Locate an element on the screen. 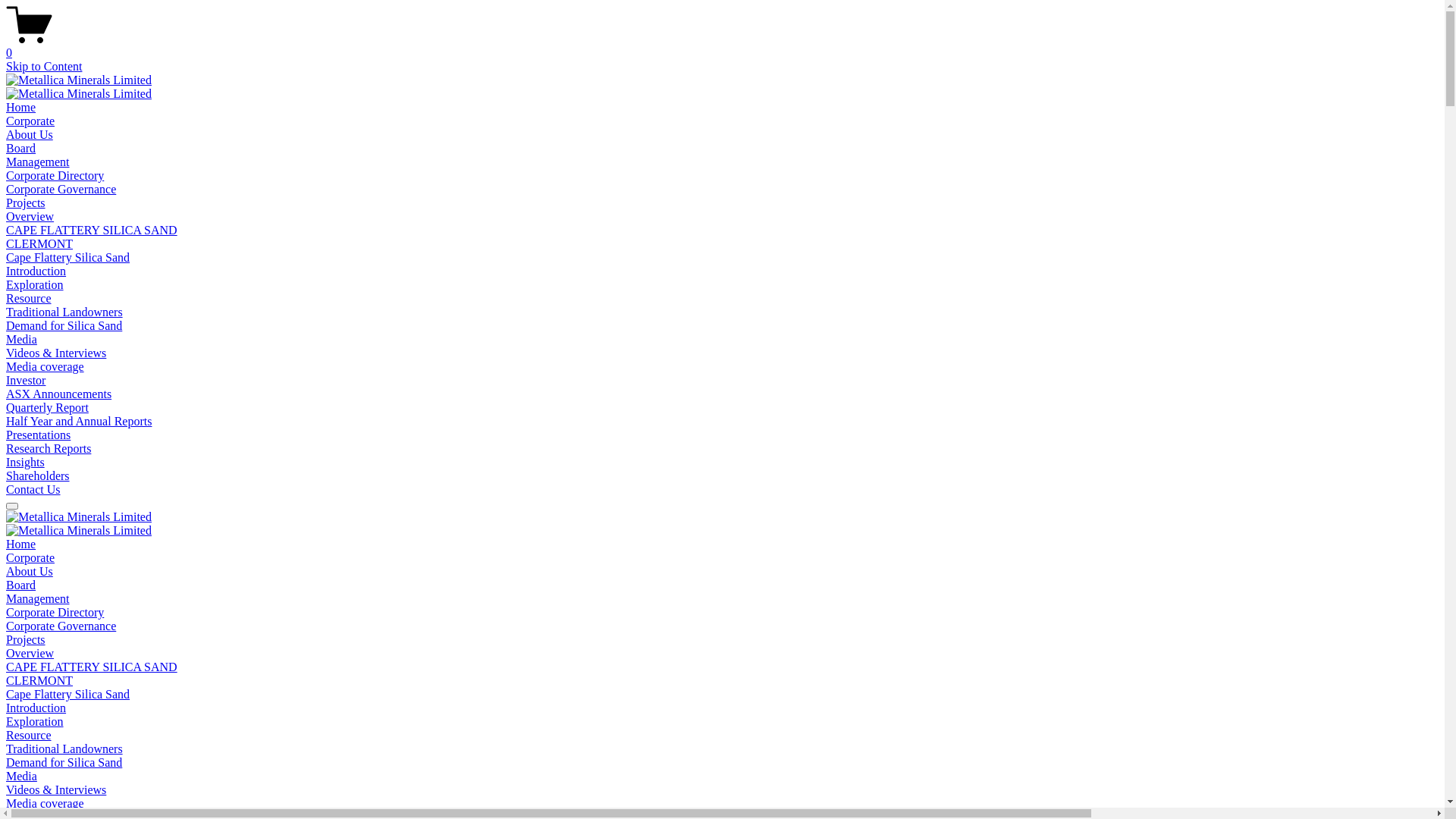 This screenshot has width=1456, height=819. 'Media coverage' is located at coordinates (45, 366).